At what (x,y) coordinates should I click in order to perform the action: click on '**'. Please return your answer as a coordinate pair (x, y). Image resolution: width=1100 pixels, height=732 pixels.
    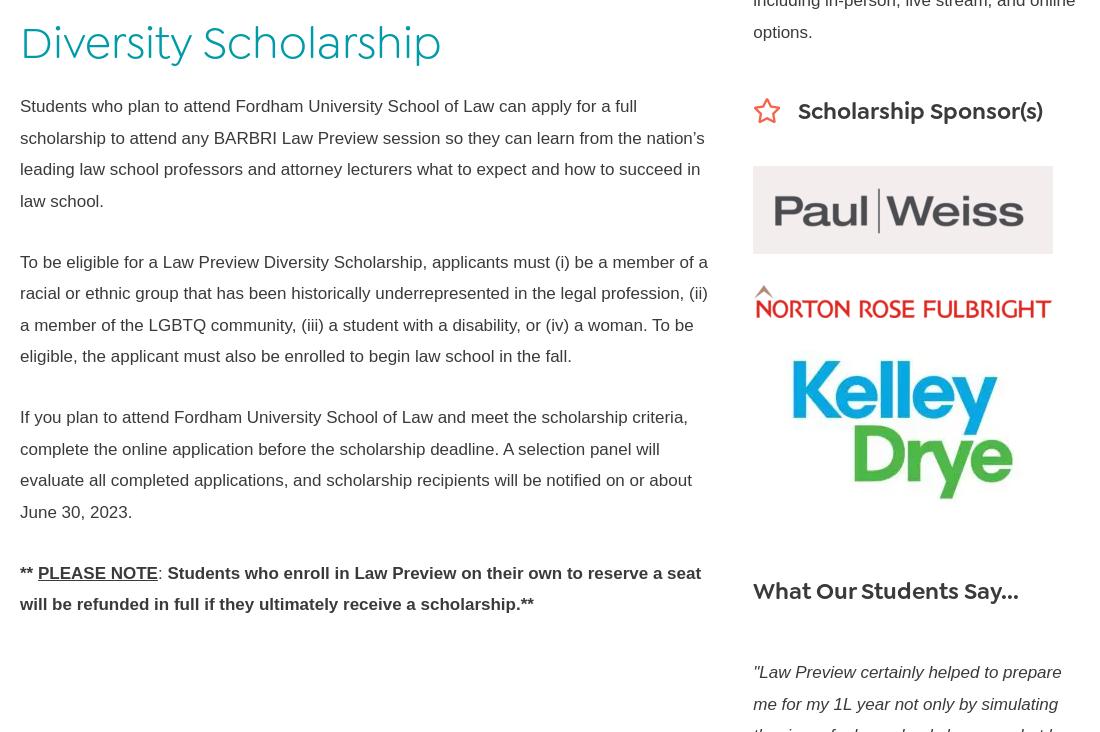
    Looking at the image, I should click on (27, 571).